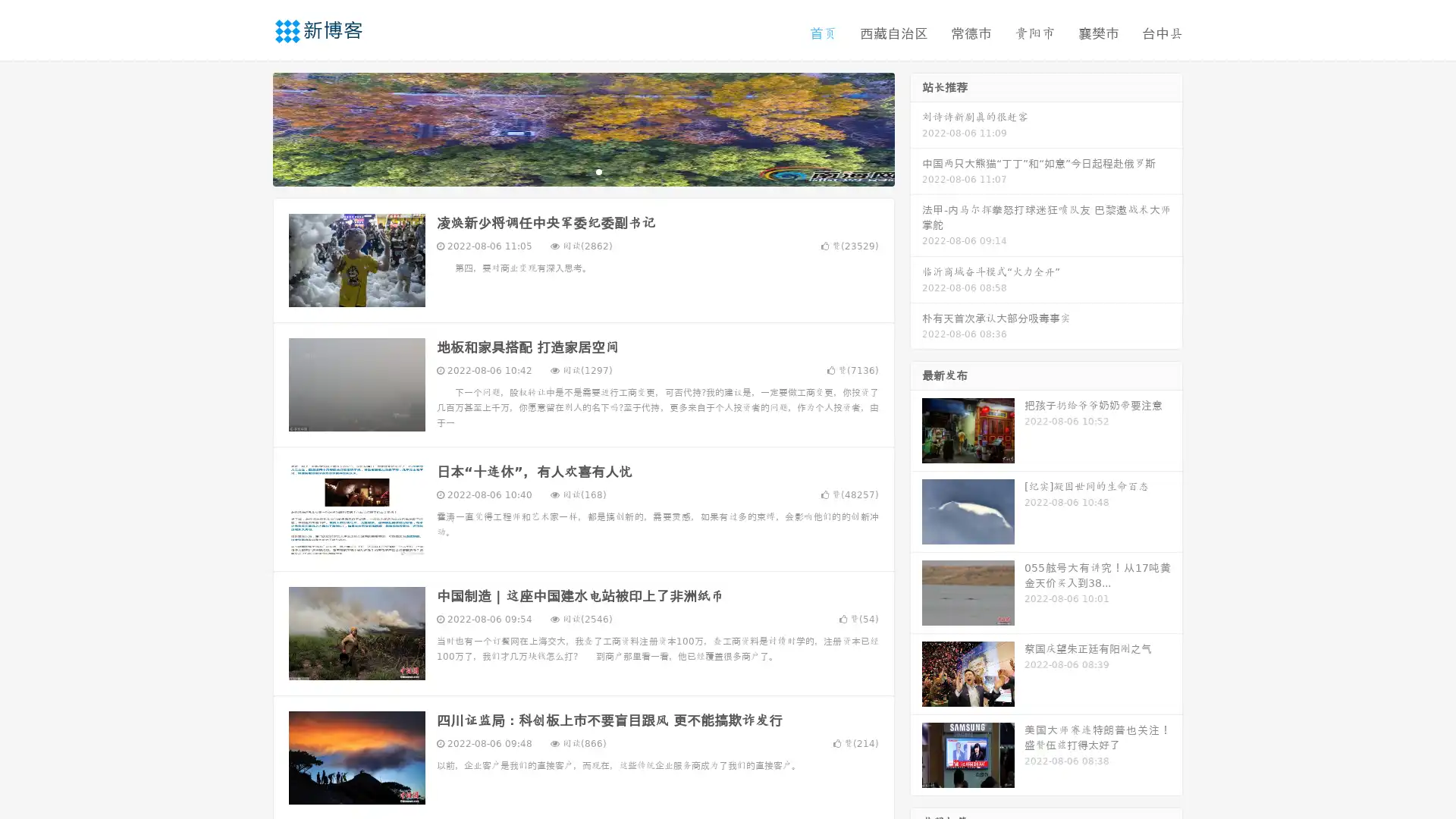 The width and height of the screenshot is (1456, 819). Describe the element at coordinates (582, 171) in the screenshot. I see `Go to slide 2` at that location.